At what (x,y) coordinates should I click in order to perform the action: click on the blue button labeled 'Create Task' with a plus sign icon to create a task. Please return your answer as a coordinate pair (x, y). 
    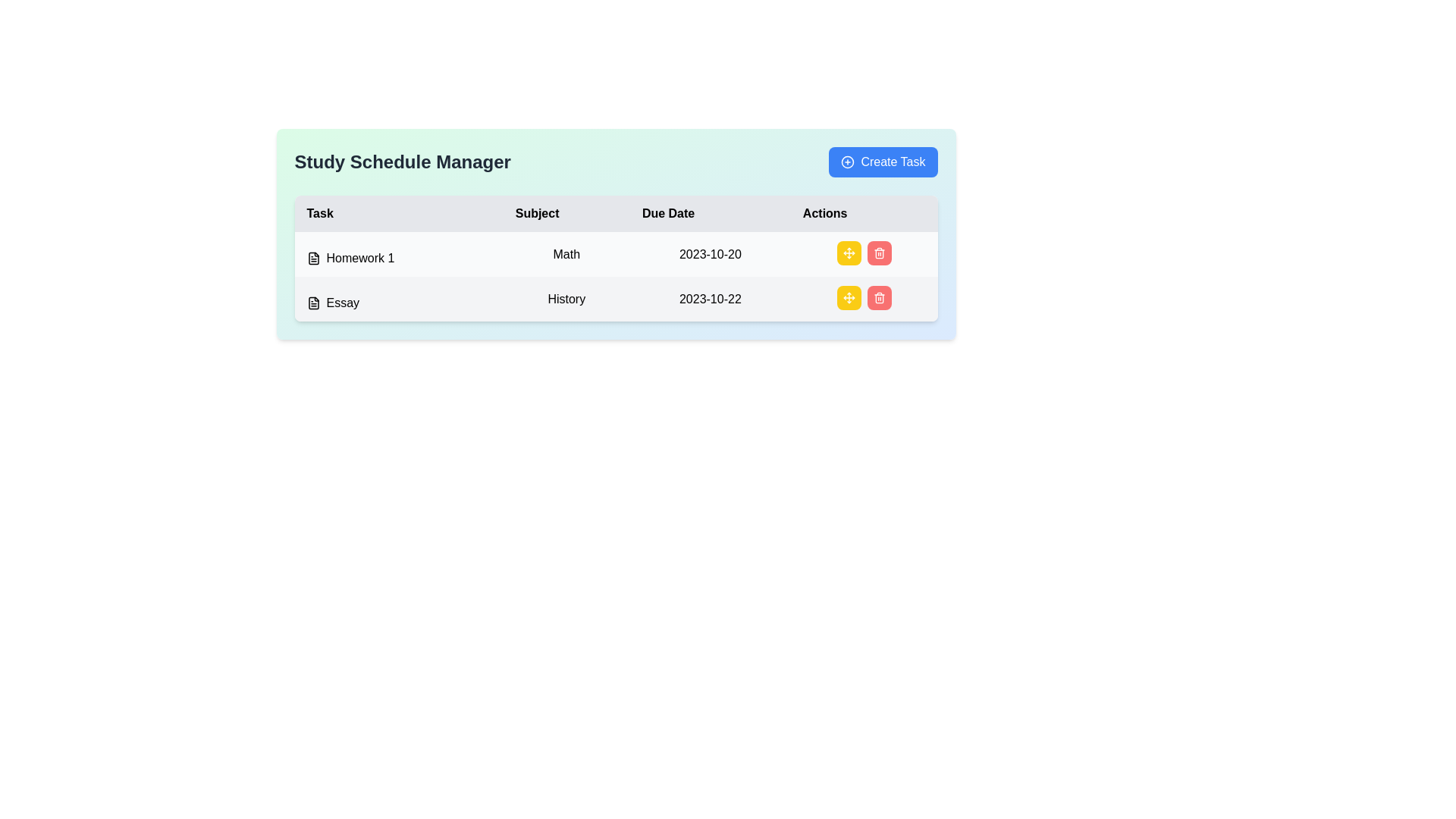
    Looking at the image, I should click on (883, 162).